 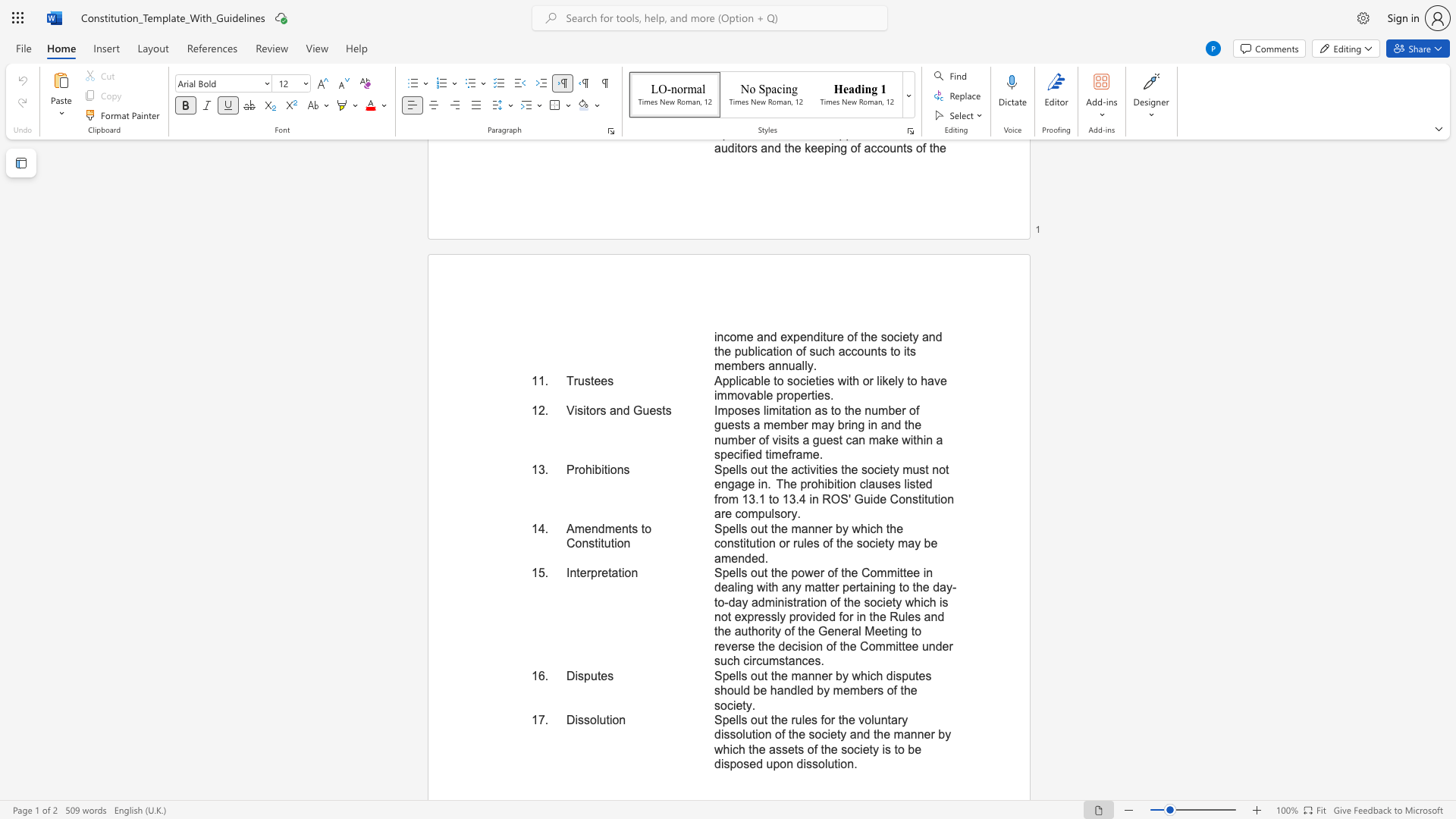 What do you see at coordinates (800, 675) in the screenshot?
I see `the subset text "anner by which disputes should be handle" within the text "Spells out the manner by which disputes should be handled by members of the society."` at bounding box center [800, 675].